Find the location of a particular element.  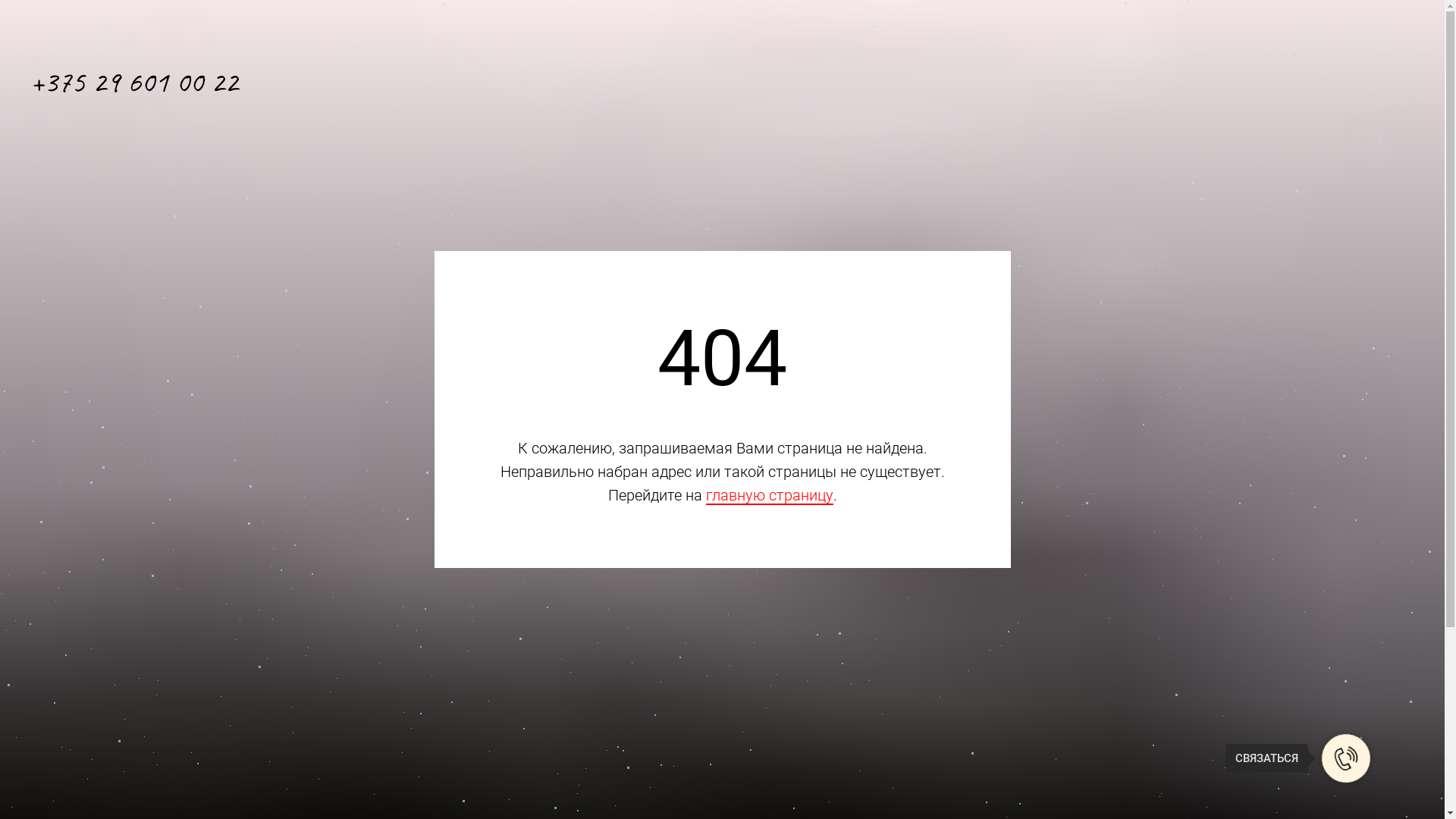

'+375 29 601 00 22' is located at coordinates (134, 82).